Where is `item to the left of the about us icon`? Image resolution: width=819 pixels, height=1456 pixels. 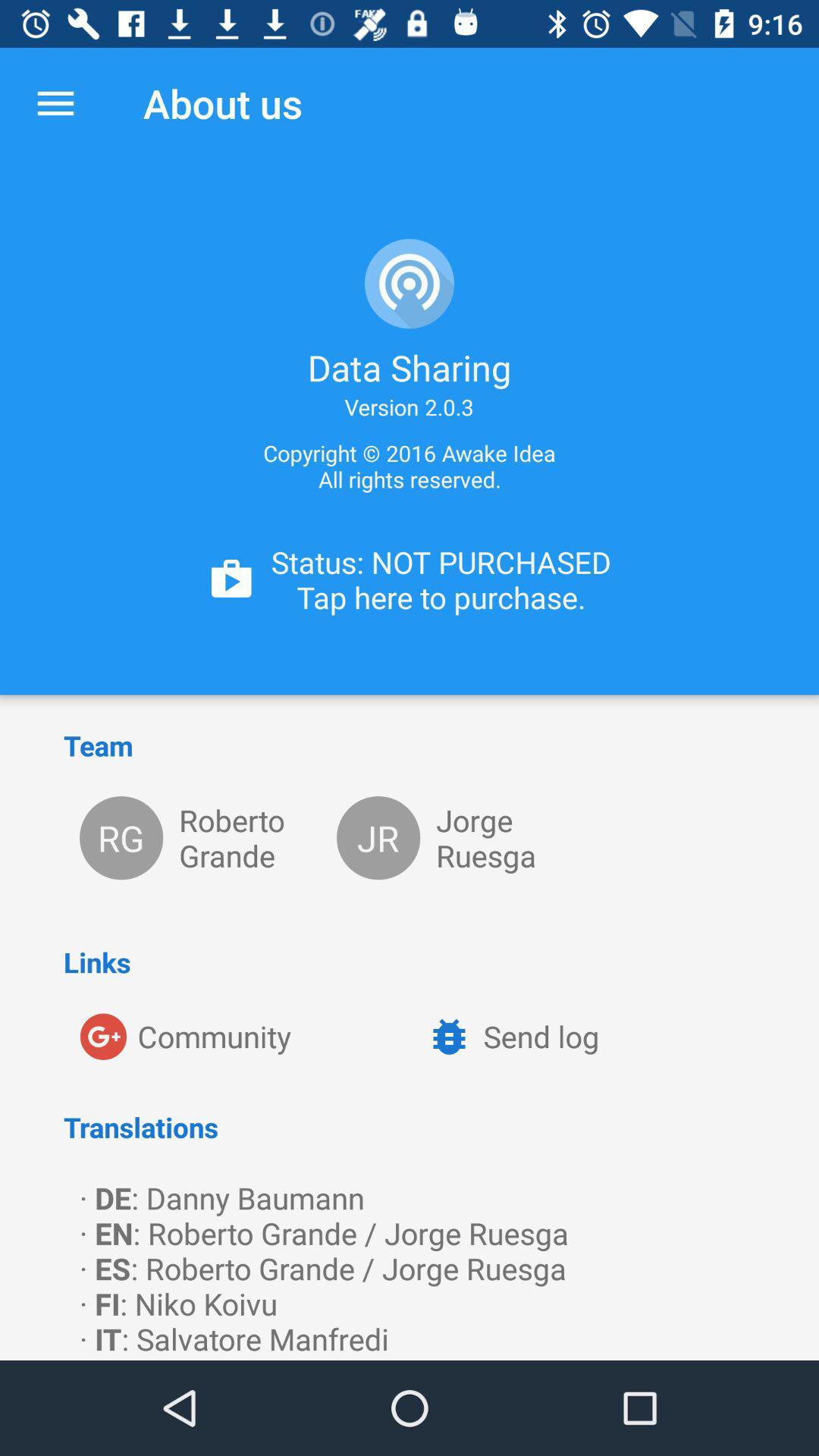
item to the left of the about us icon is located at coordinates (55, 102).